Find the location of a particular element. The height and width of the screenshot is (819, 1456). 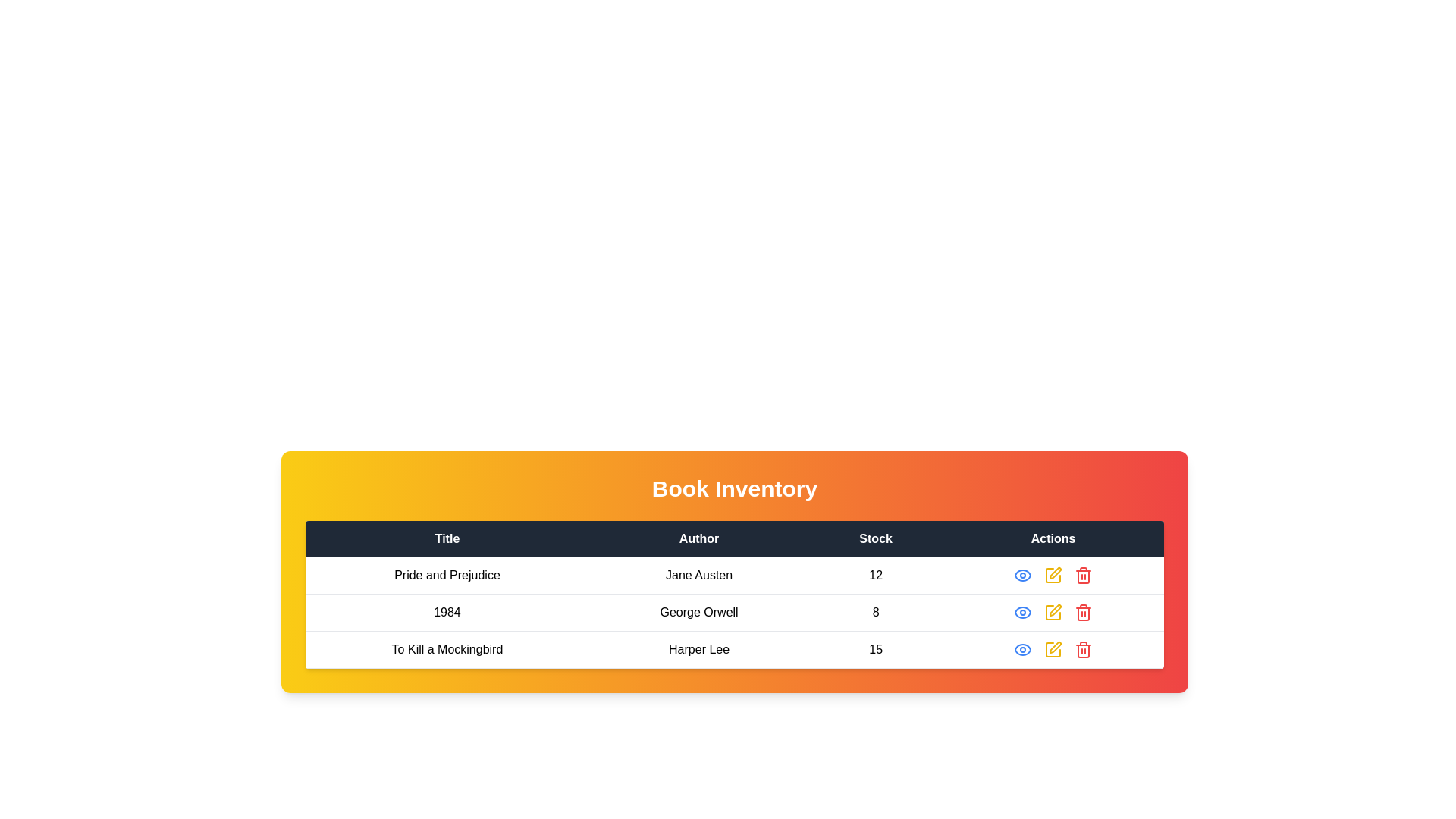

the delete icon button located in the 'Actions' column of the last entry in the table for the book 'To Kill a Mockingbird' is located at coordinates (1083, 648).